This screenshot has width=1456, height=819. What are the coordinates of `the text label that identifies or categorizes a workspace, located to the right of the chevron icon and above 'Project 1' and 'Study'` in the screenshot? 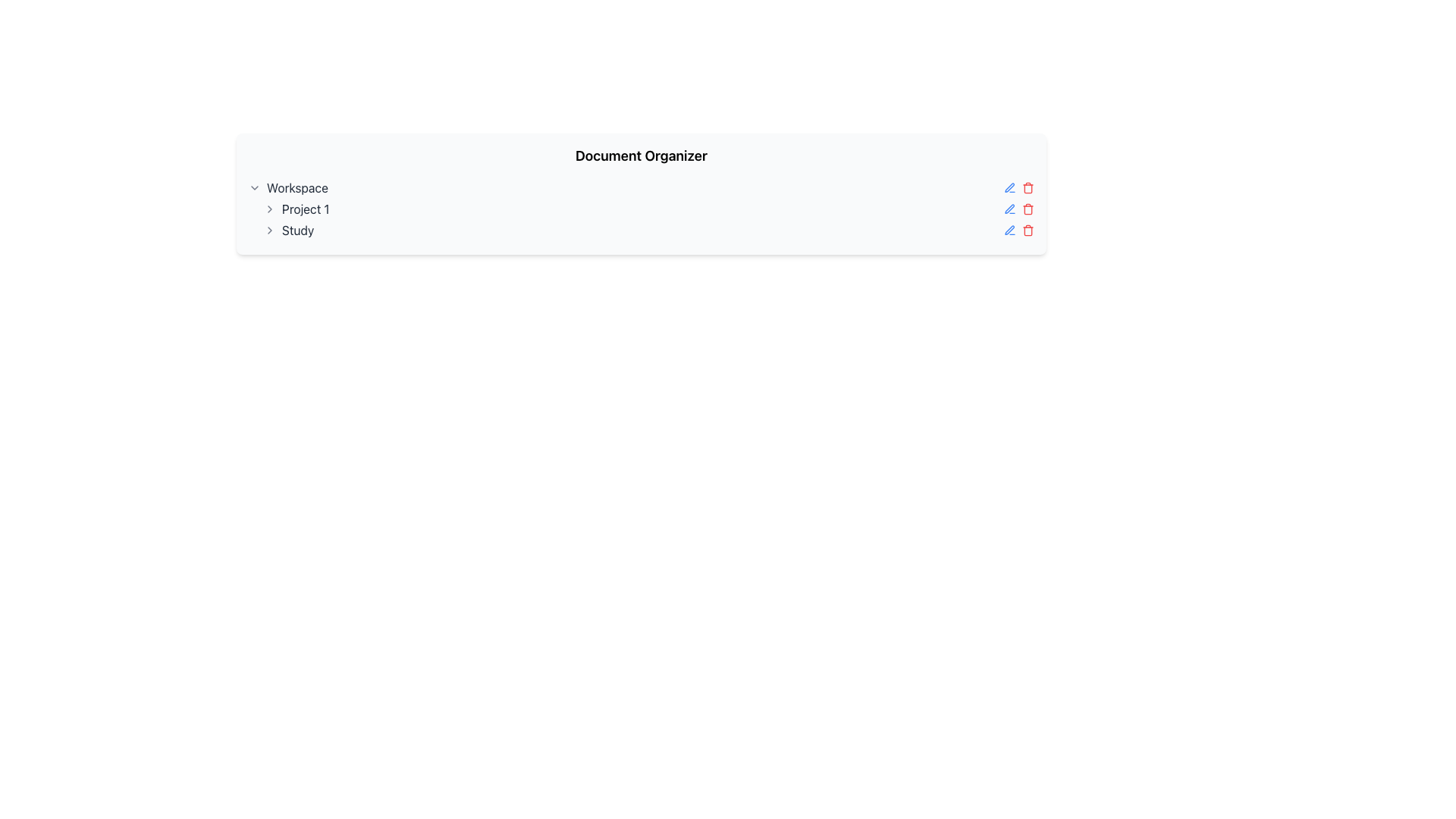 It's located at (297, 187).